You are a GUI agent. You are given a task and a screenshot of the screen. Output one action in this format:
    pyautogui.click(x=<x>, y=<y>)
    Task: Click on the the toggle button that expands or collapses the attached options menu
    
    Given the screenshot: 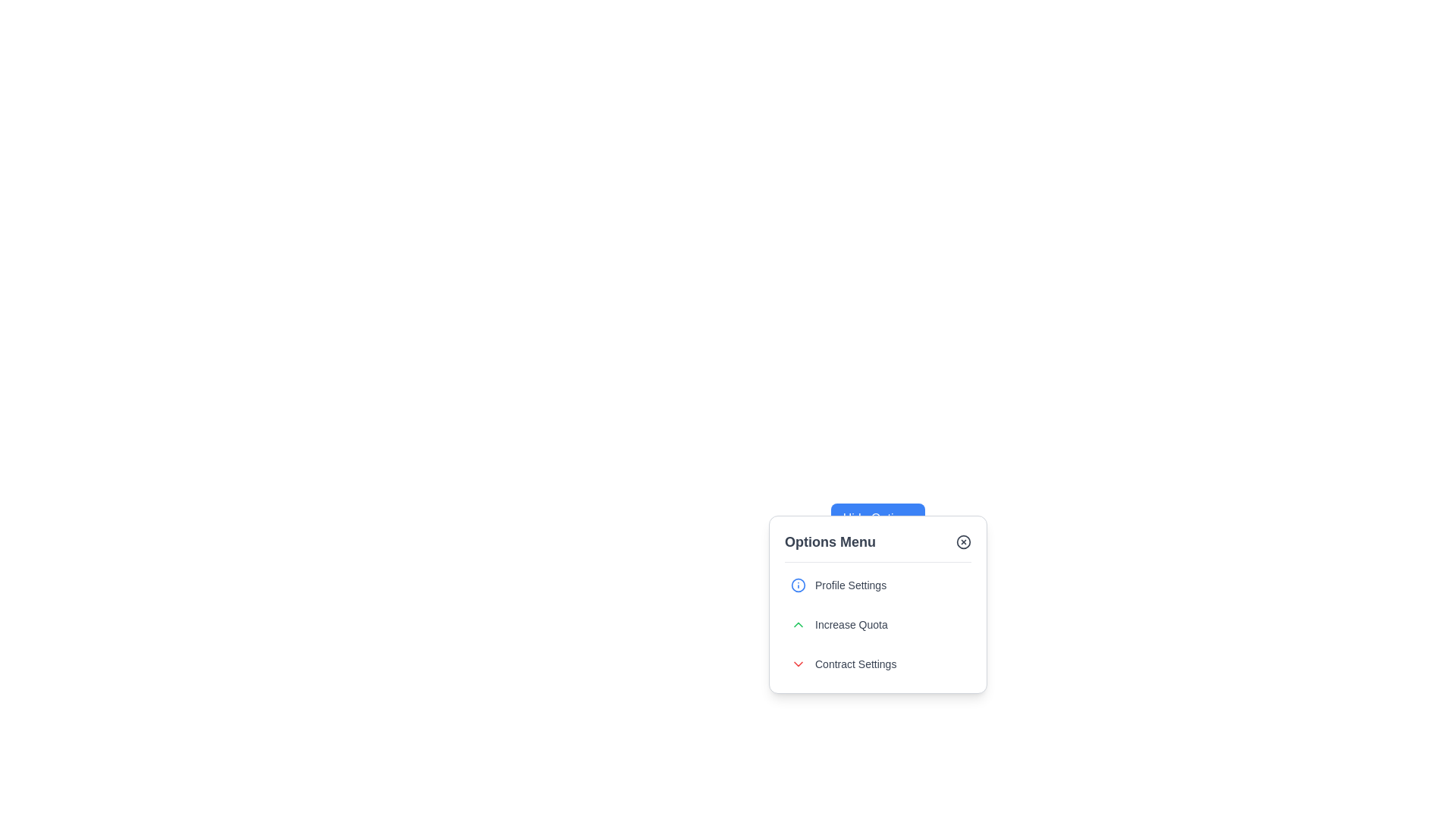 What is the action you would take?
    pyautogui.click(x=877, y=517)
    